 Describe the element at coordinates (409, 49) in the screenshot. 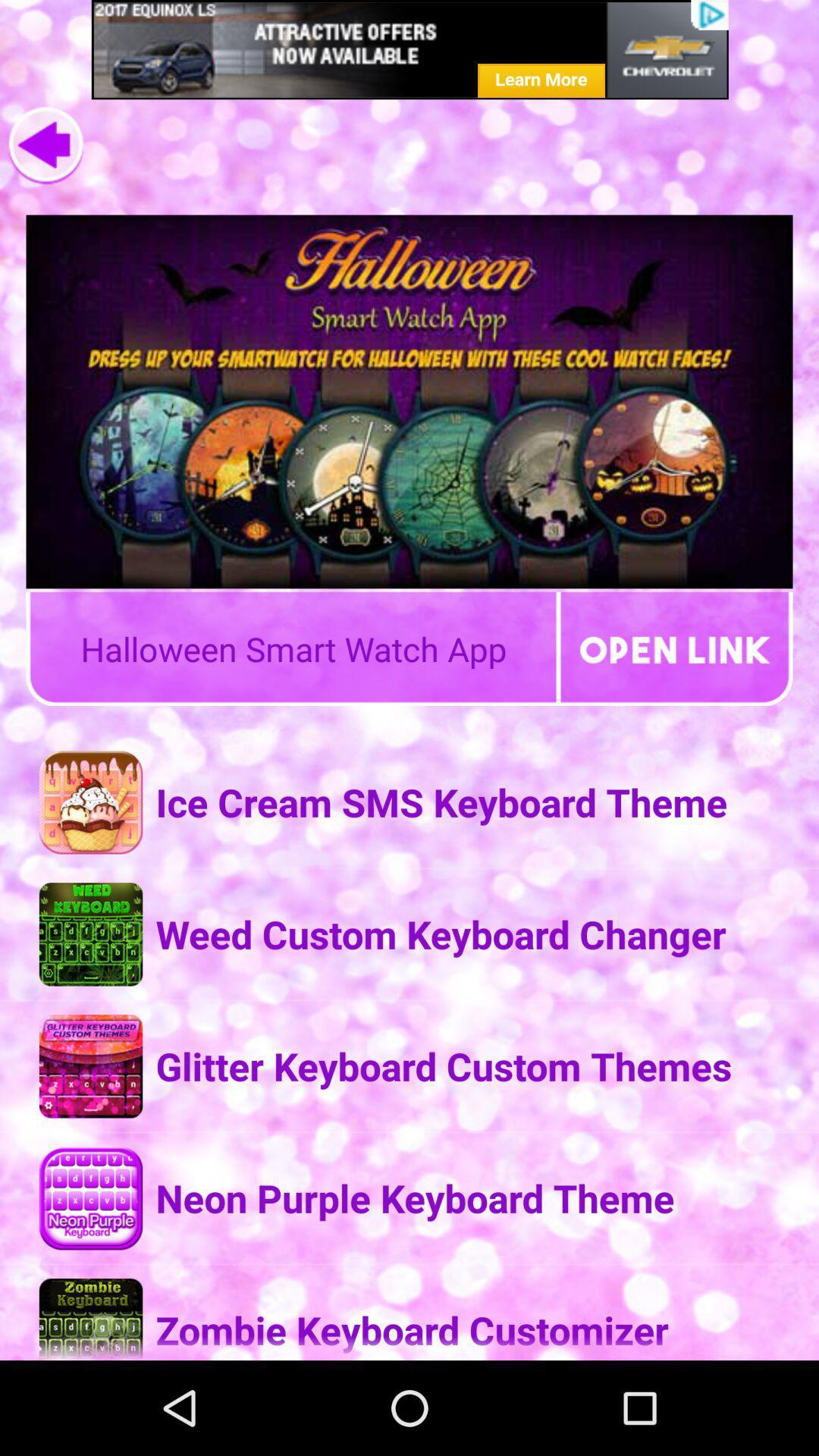

I see `the advertisement` at that location.